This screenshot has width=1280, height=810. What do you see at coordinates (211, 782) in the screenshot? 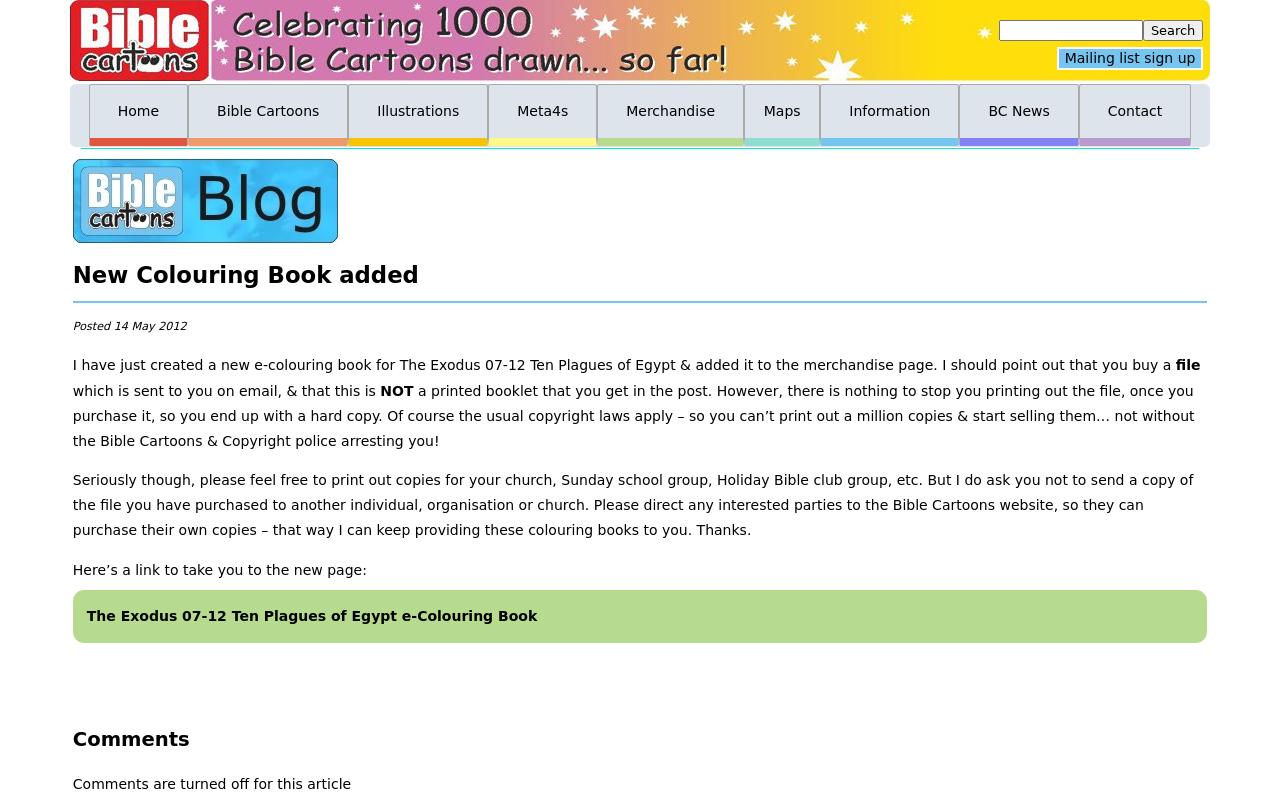
I see `'Comments are turned off for this article'` at bounding box center [211, 782].